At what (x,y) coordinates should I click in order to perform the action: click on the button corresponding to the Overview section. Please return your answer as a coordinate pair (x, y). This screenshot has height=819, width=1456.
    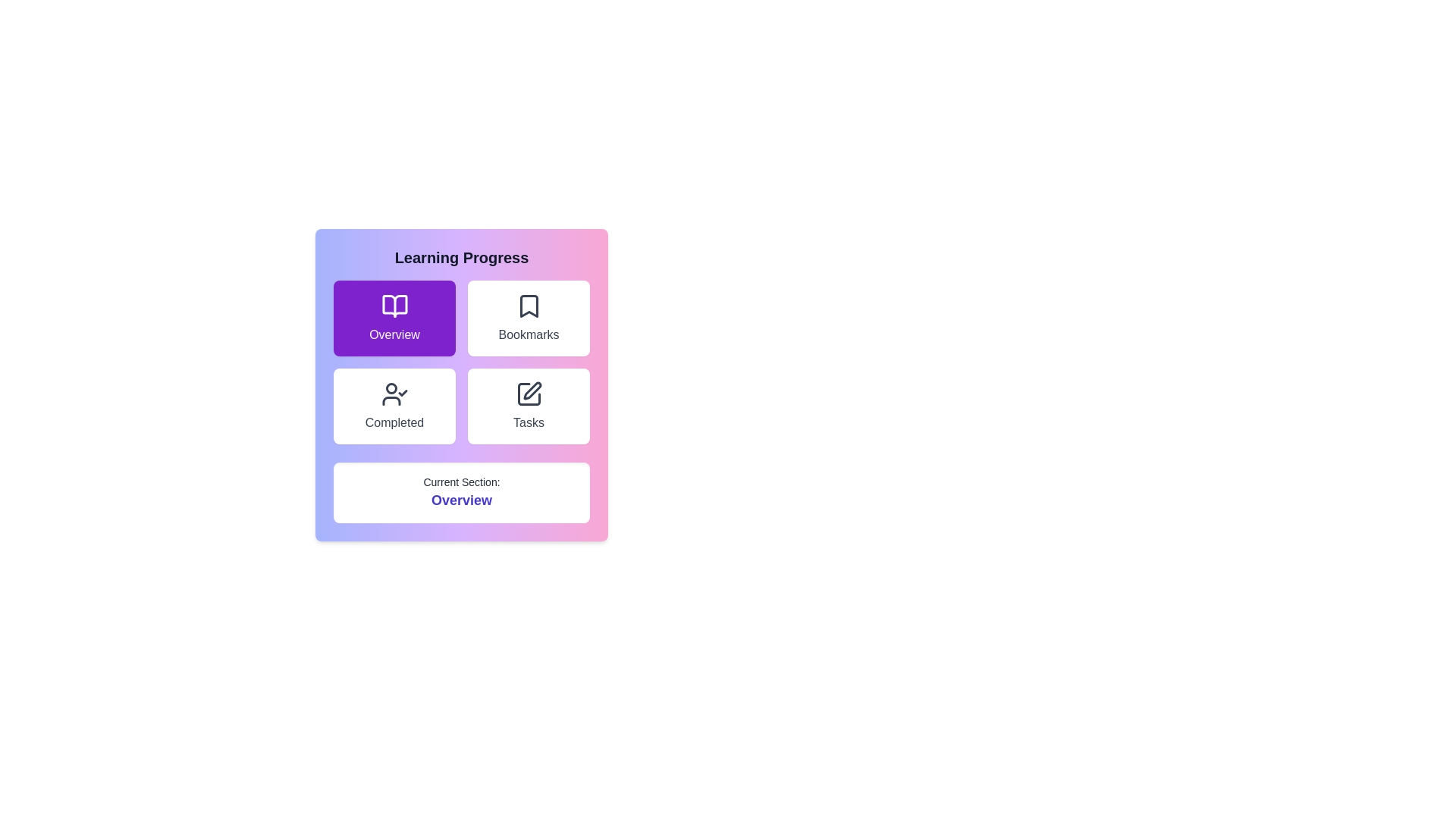
    Looking at the image, I should click on (394, 318).